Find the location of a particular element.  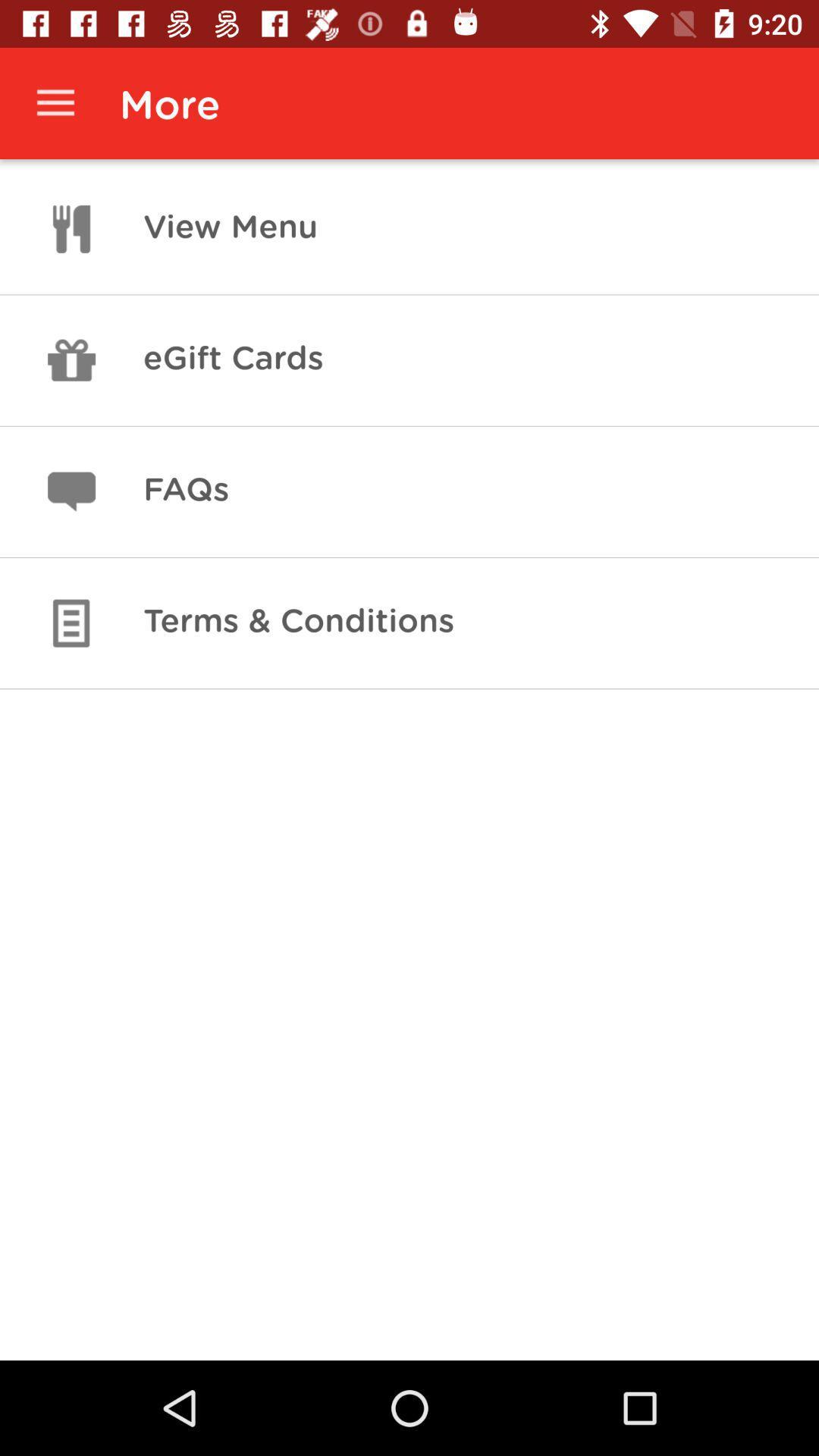

item below faqs is located at coordinates (299, 623).